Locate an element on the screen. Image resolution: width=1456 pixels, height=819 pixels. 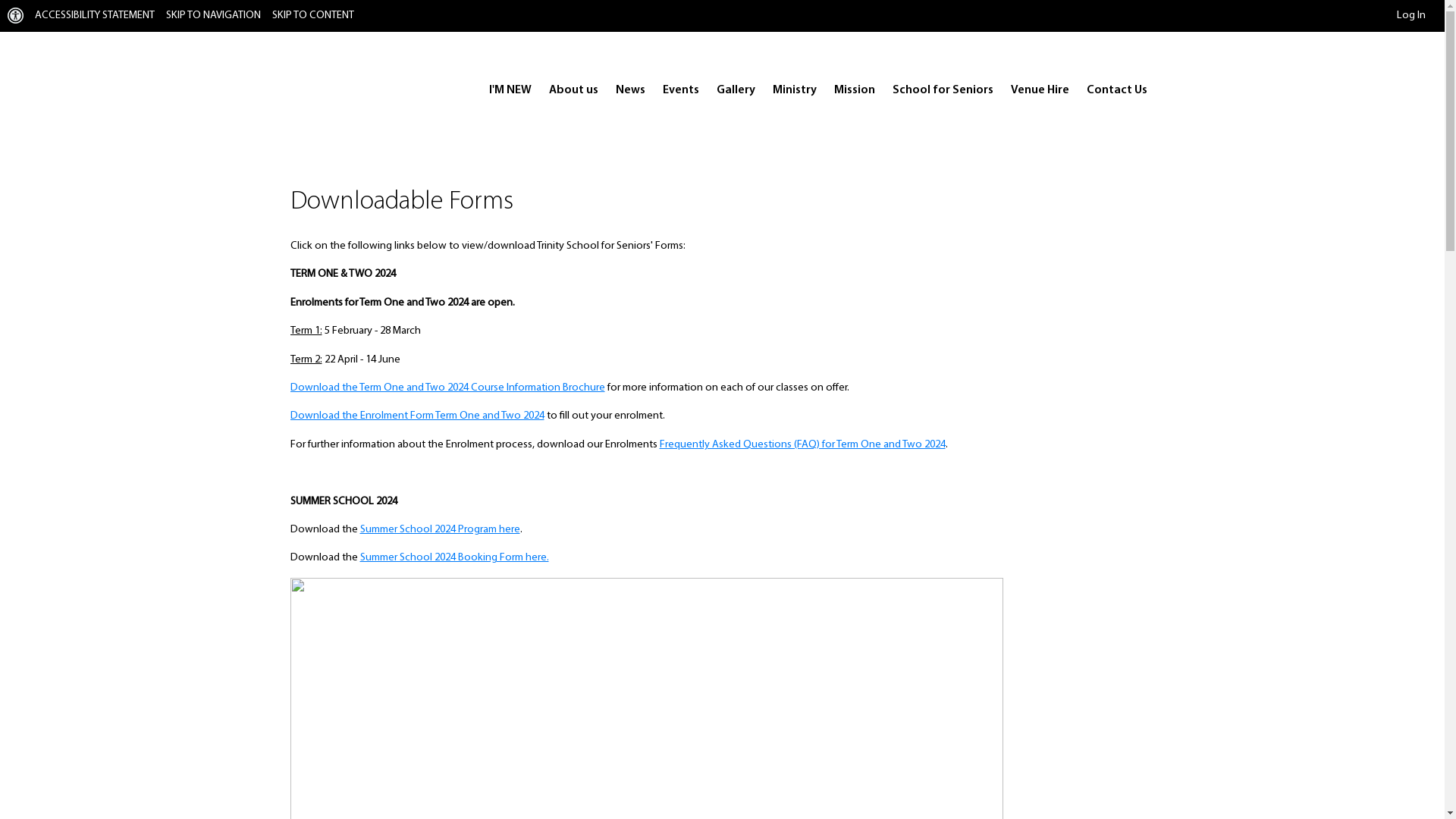
'Log In' is located at coordinates (1396, 15).